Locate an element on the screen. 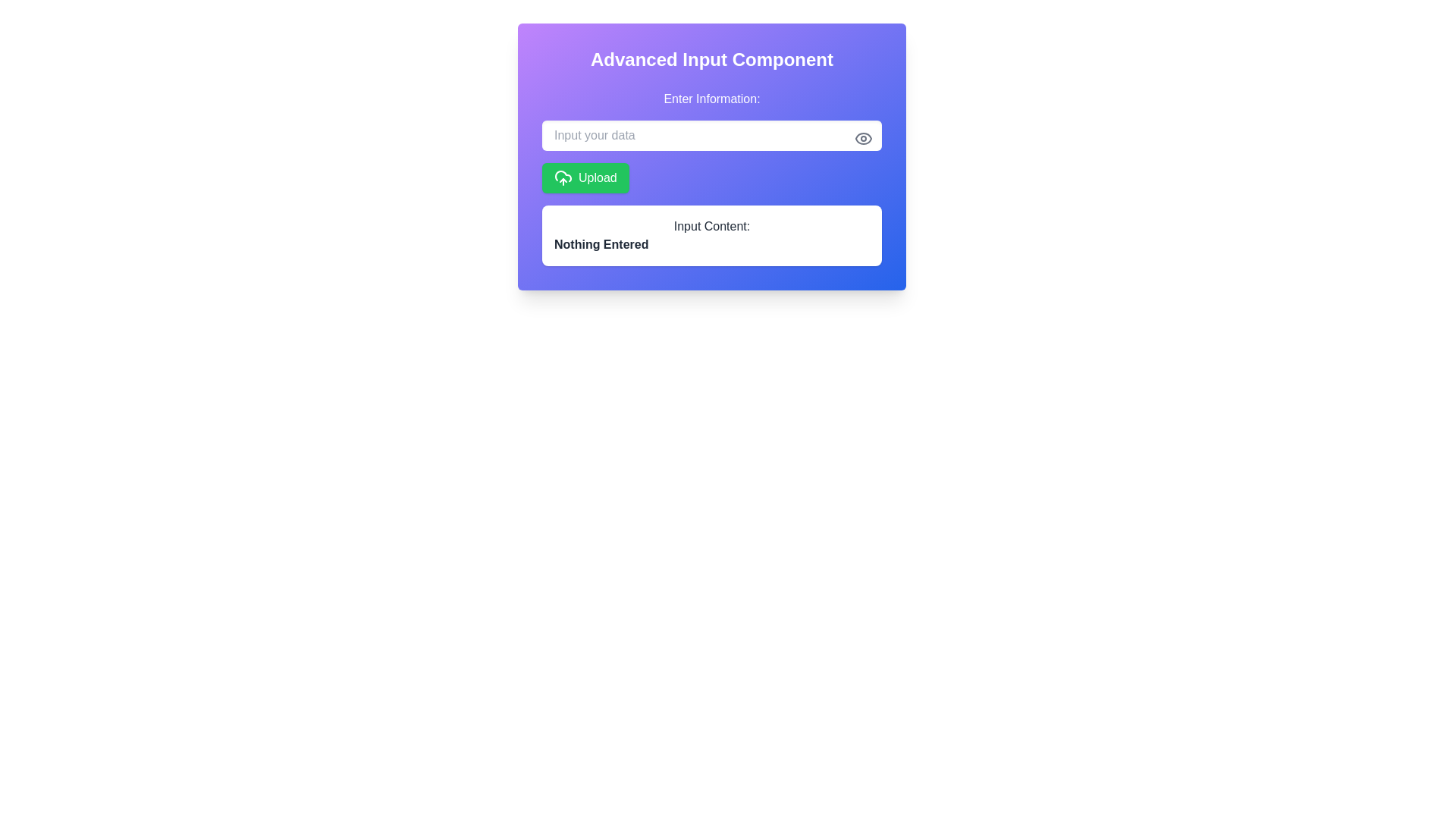  the Text label that displays 'Input Content:' followed by 'Nothing Entered' with a white background and rounded corners is located at coordinates (711, 236).